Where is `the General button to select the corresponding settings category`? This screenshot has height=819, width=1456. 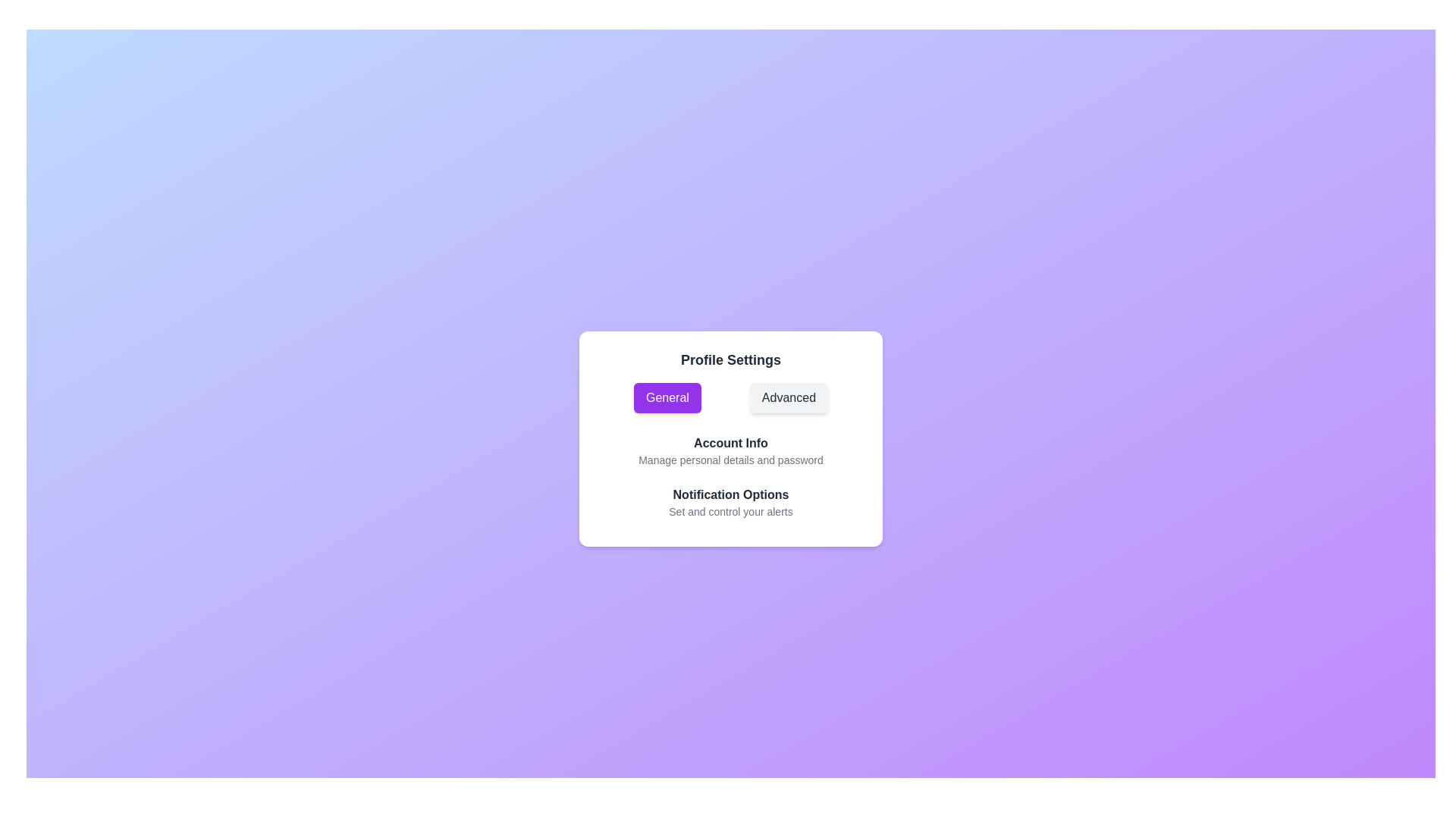
the General button to select the corresponding settings category is located at coordinates (667, 397).